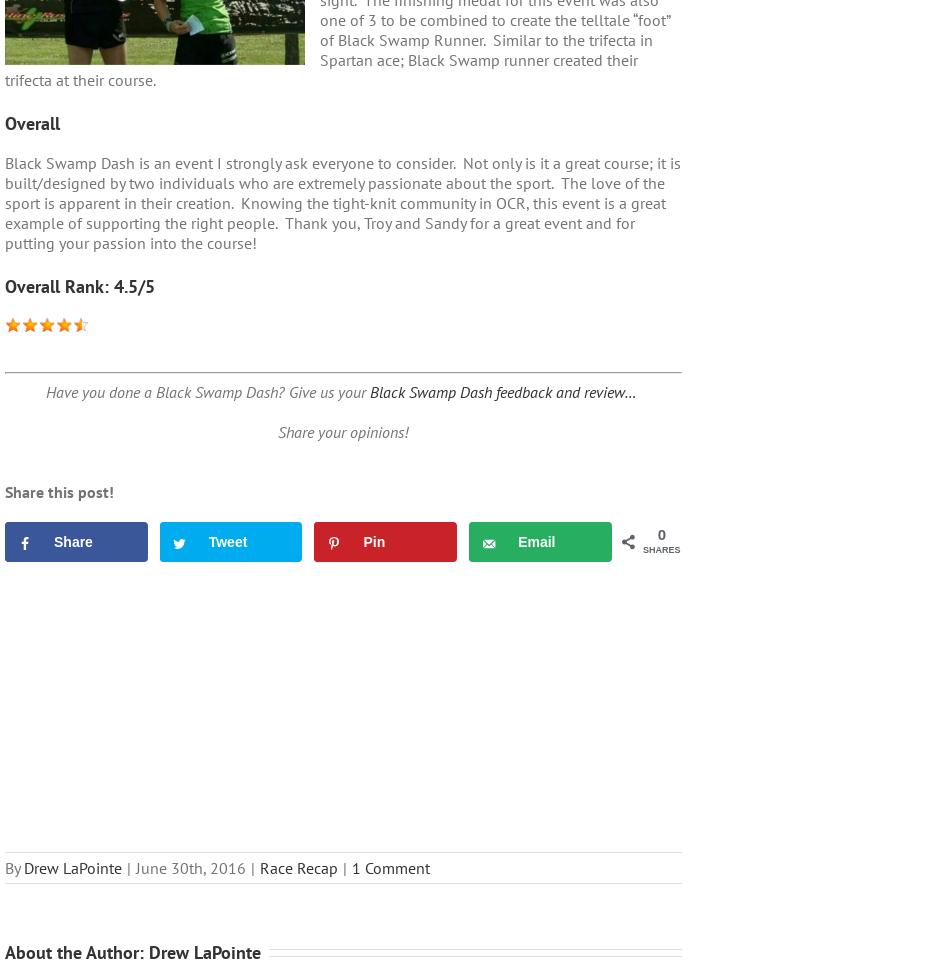  Describe the element at coordinates (79, 285) in the screenshot. I see `'Overall Rank: 4.5/5'` at that location.